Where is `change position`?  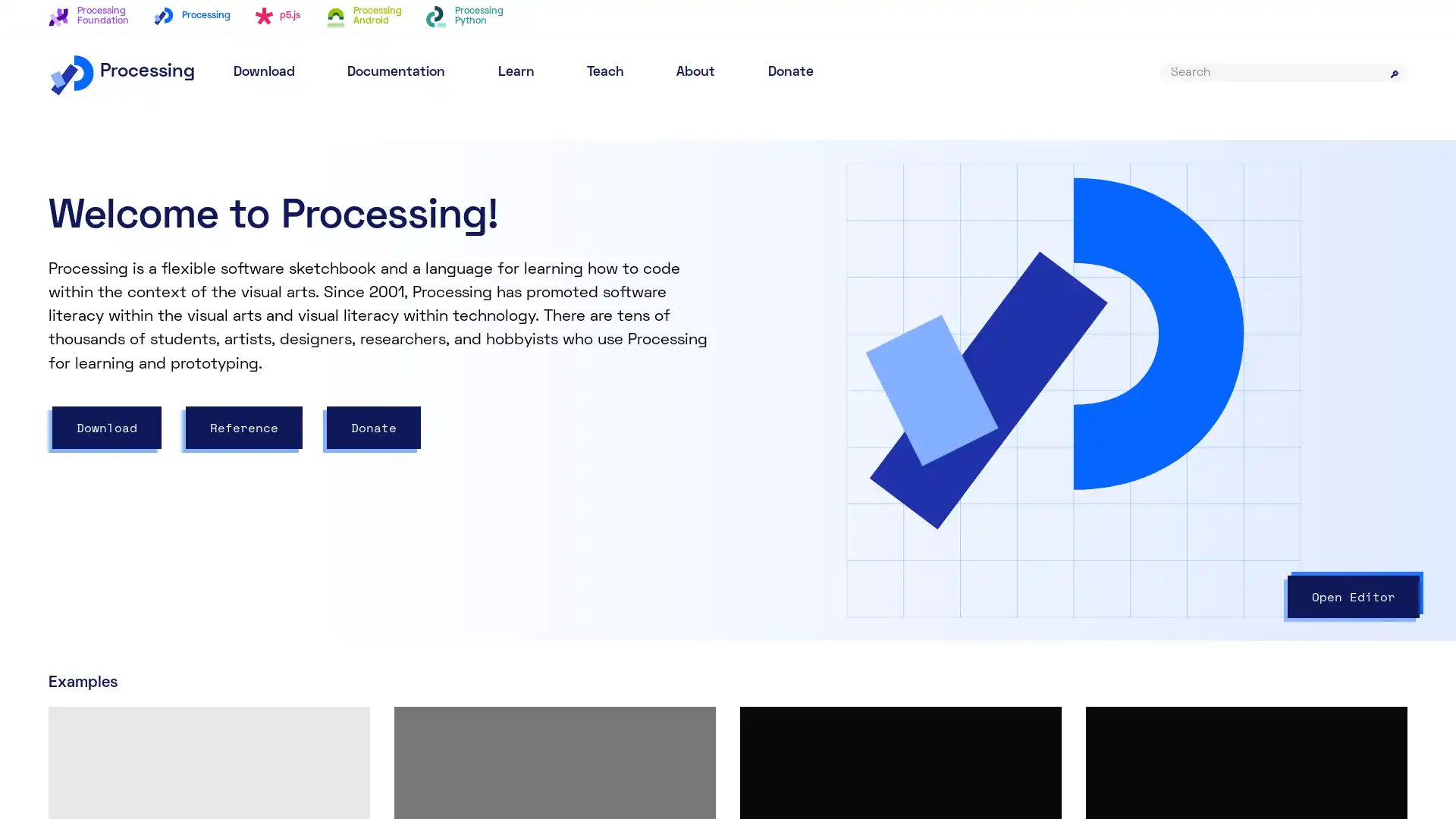
change position is located at coordinates (898, 503).